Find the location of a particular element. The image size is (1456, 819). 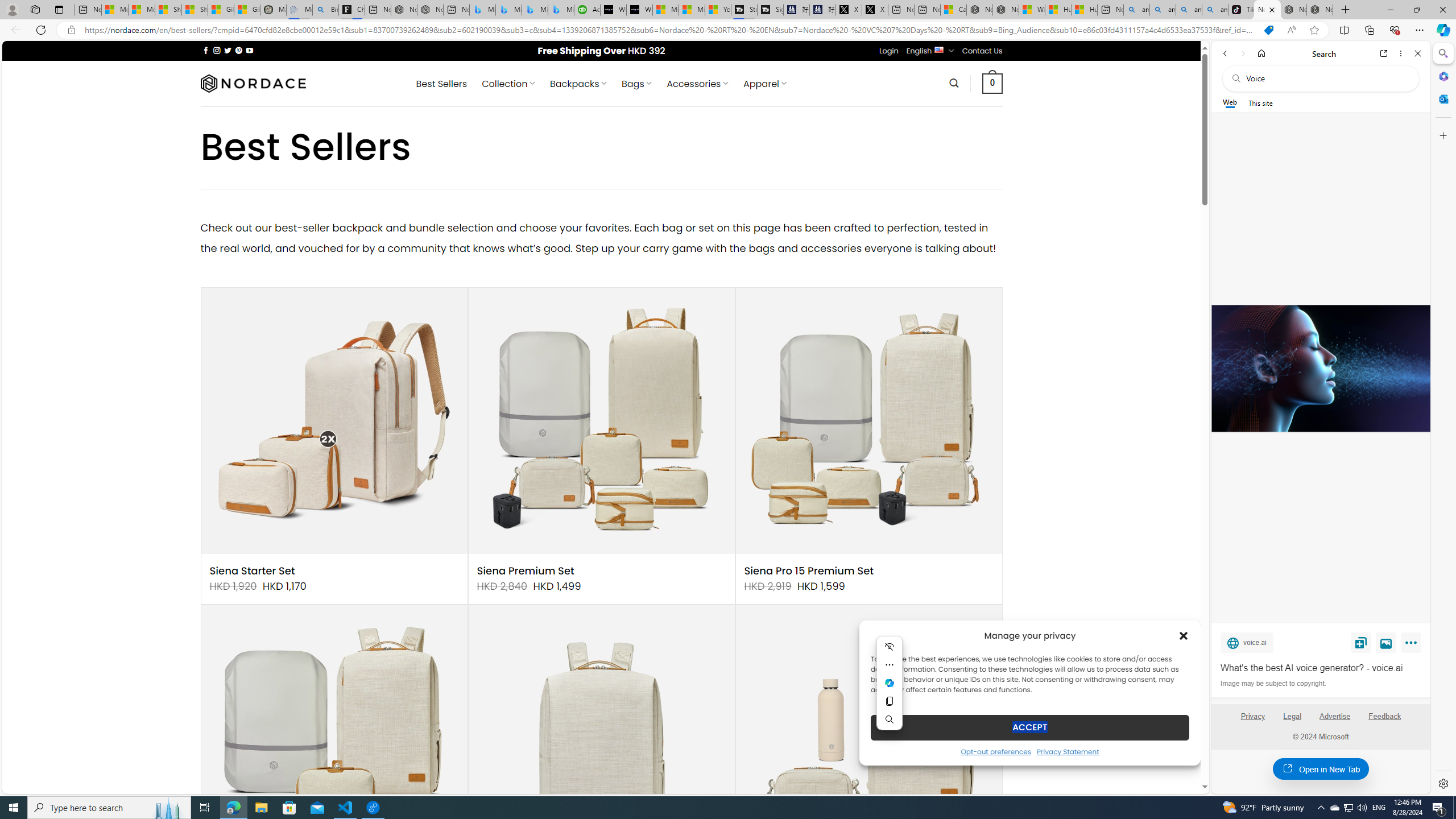

'Bing Real Estate - Home sales and rental listings' is located at coordinates (325, 9).